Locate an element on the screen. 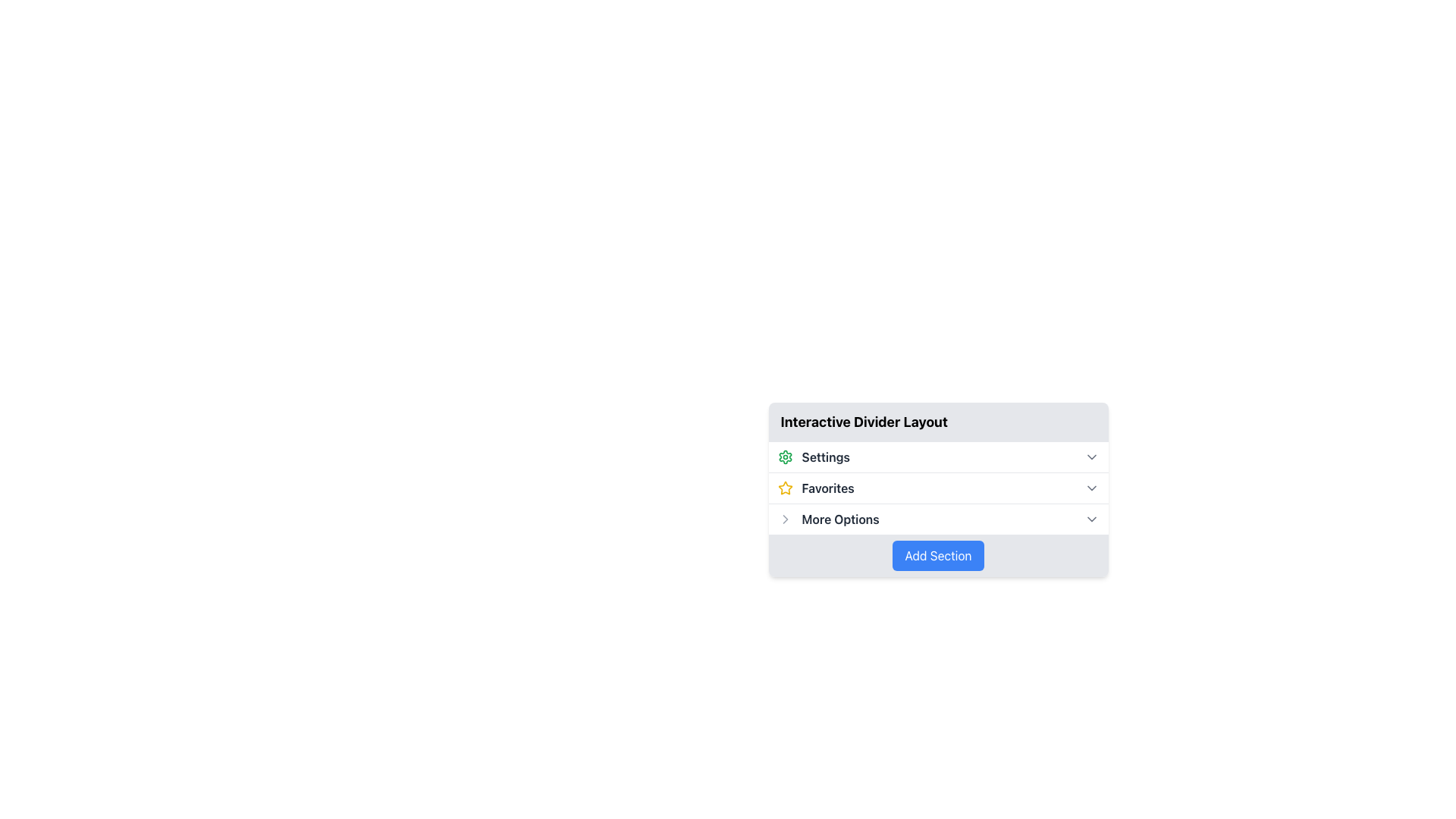  the 'Add Section' button with a blue background and bold white text is located at coordinates (937, 555).